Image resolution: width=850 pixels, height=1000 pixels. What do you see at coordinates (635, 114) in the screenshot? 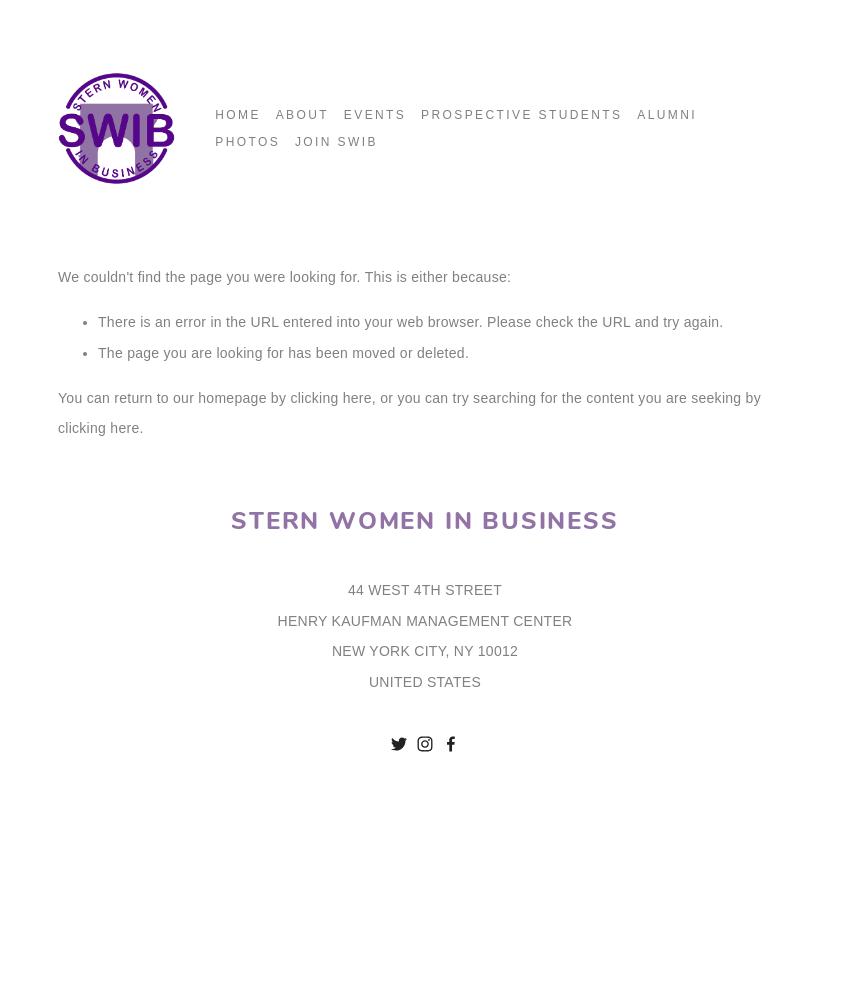
I see `'Alumni'` at bounding box center [635, 114].